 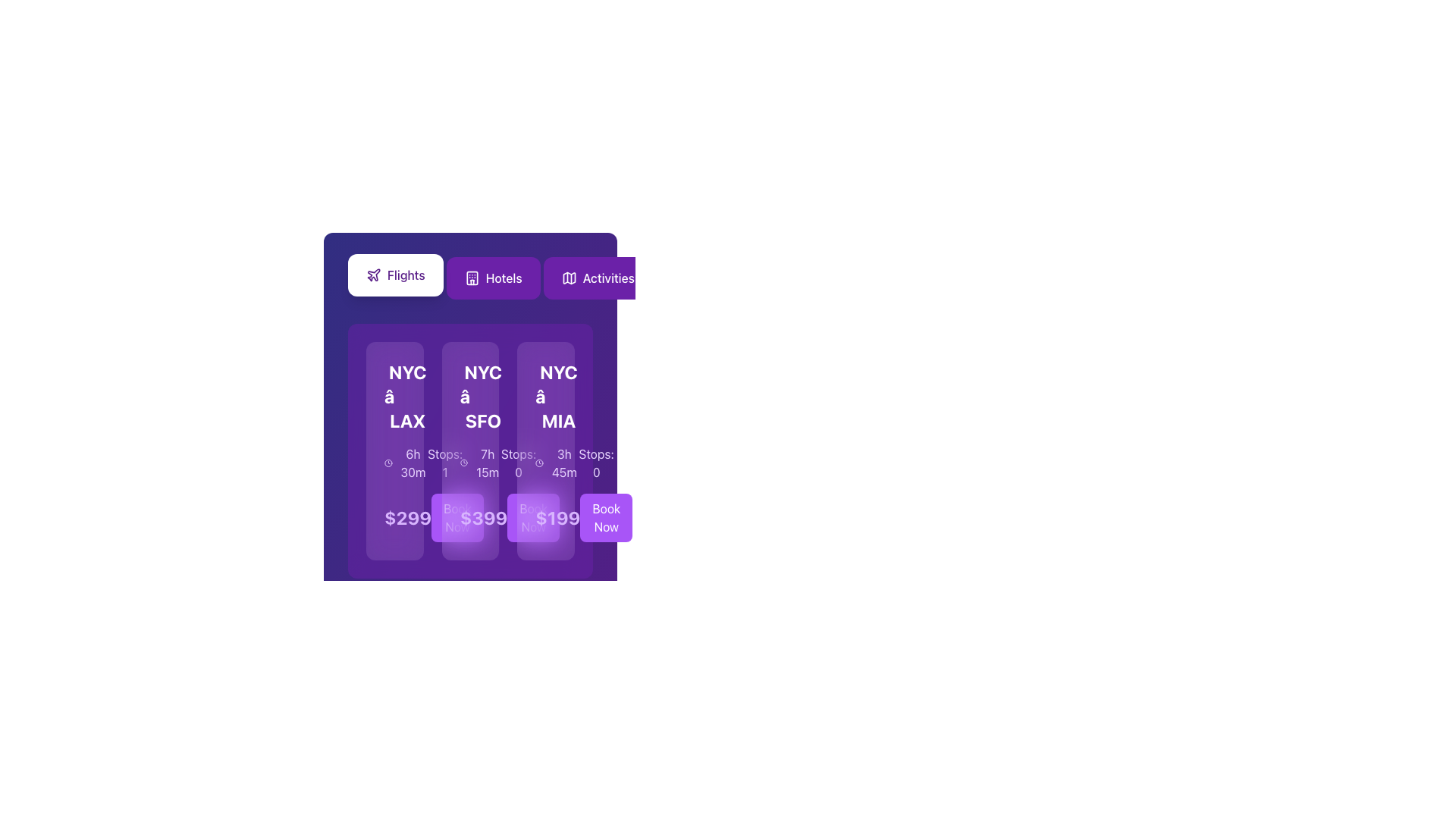 What do you see at coordinates (504, 278) in the screenshot?
I see `the 'Hotels' text label within the purple button` at bounding box center [504, 278].